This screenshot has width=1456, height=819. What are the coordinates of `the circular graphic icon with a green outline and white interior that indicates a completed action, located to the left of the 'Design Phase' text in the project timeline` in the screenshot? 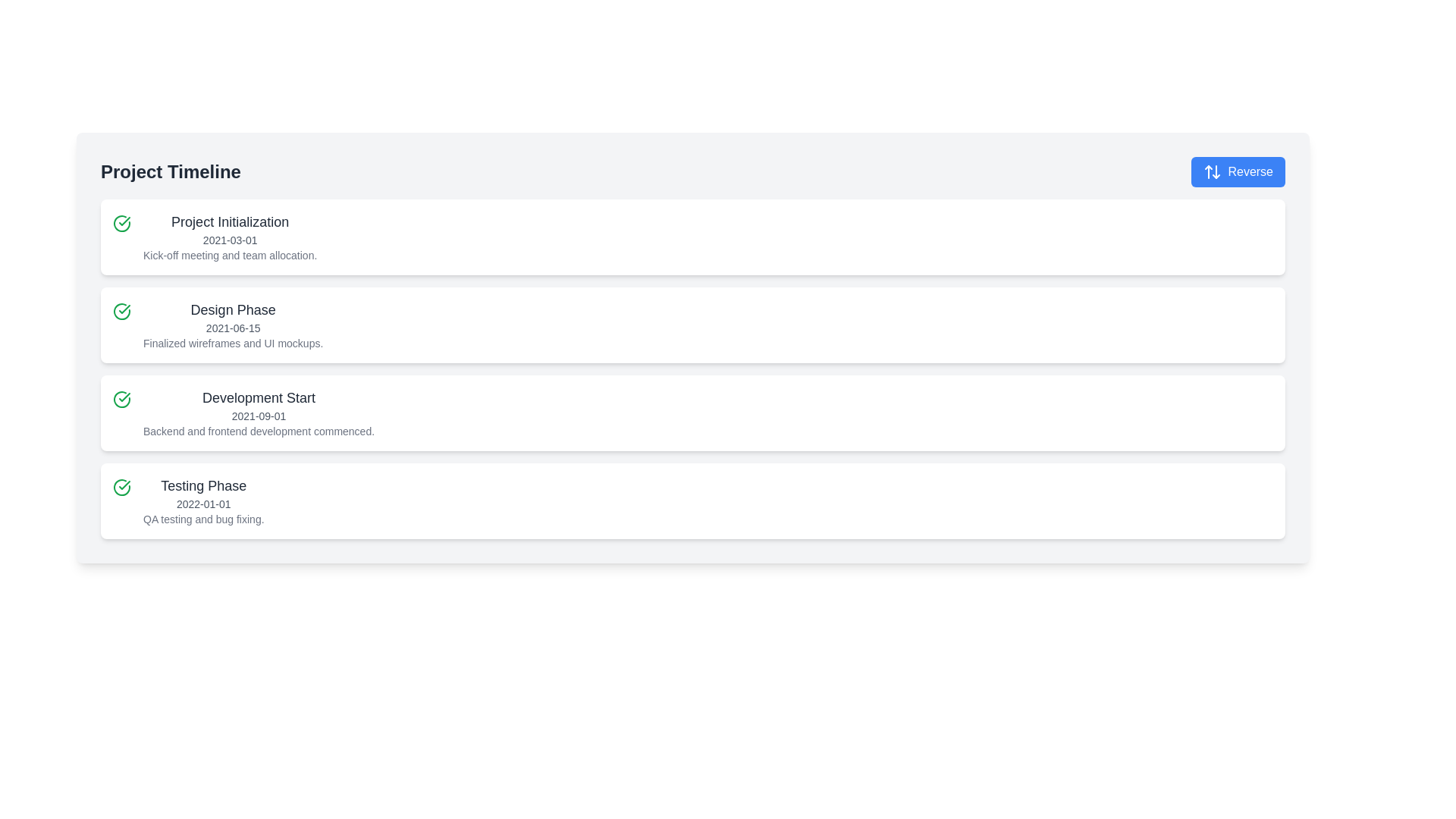 It's located at (122, 311).